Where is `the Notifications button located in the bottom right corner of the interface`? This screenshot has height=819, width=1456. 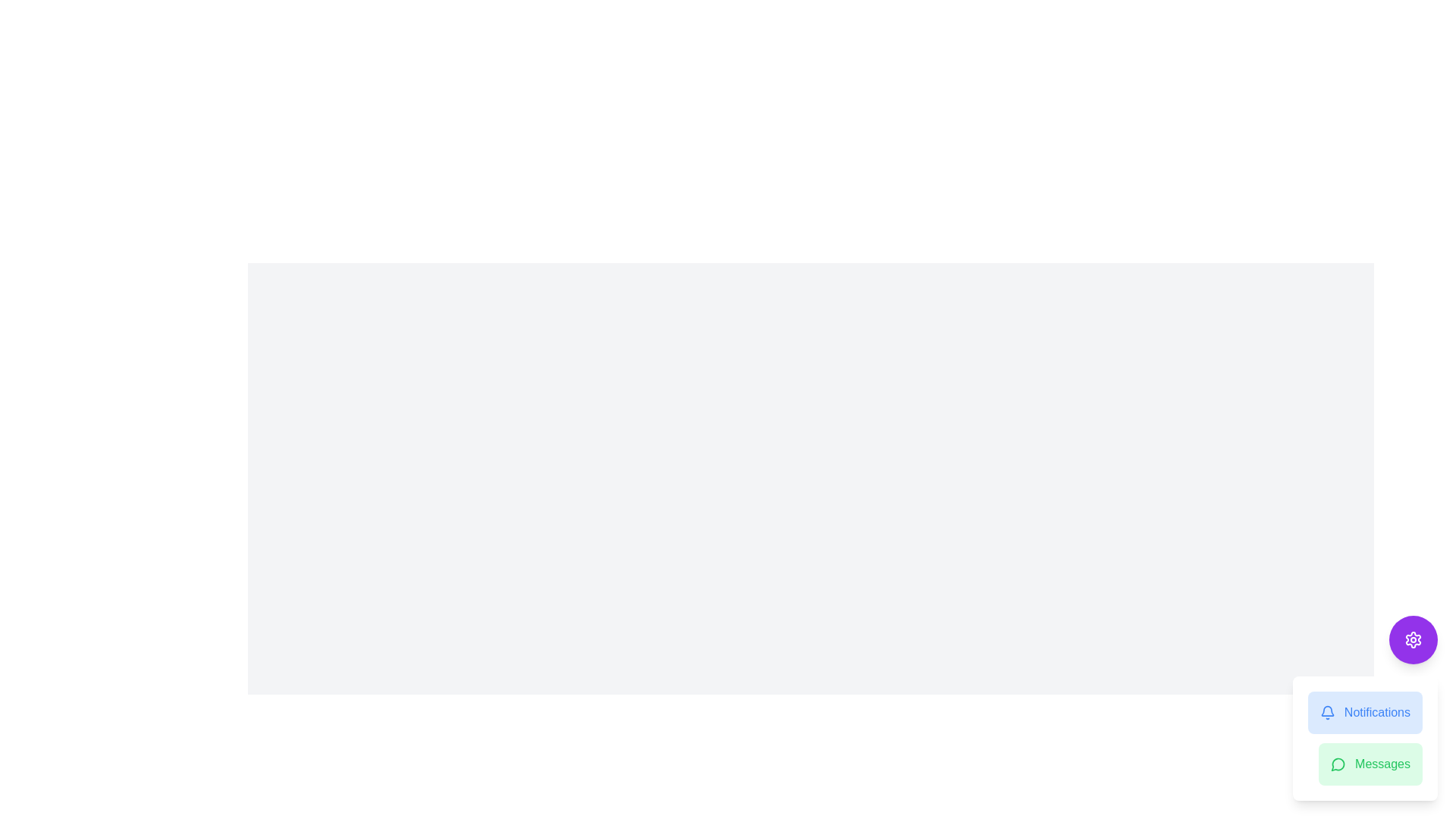
the Notifications button located in the bottom right corner of the interface is located at coordinates (1365, 708).